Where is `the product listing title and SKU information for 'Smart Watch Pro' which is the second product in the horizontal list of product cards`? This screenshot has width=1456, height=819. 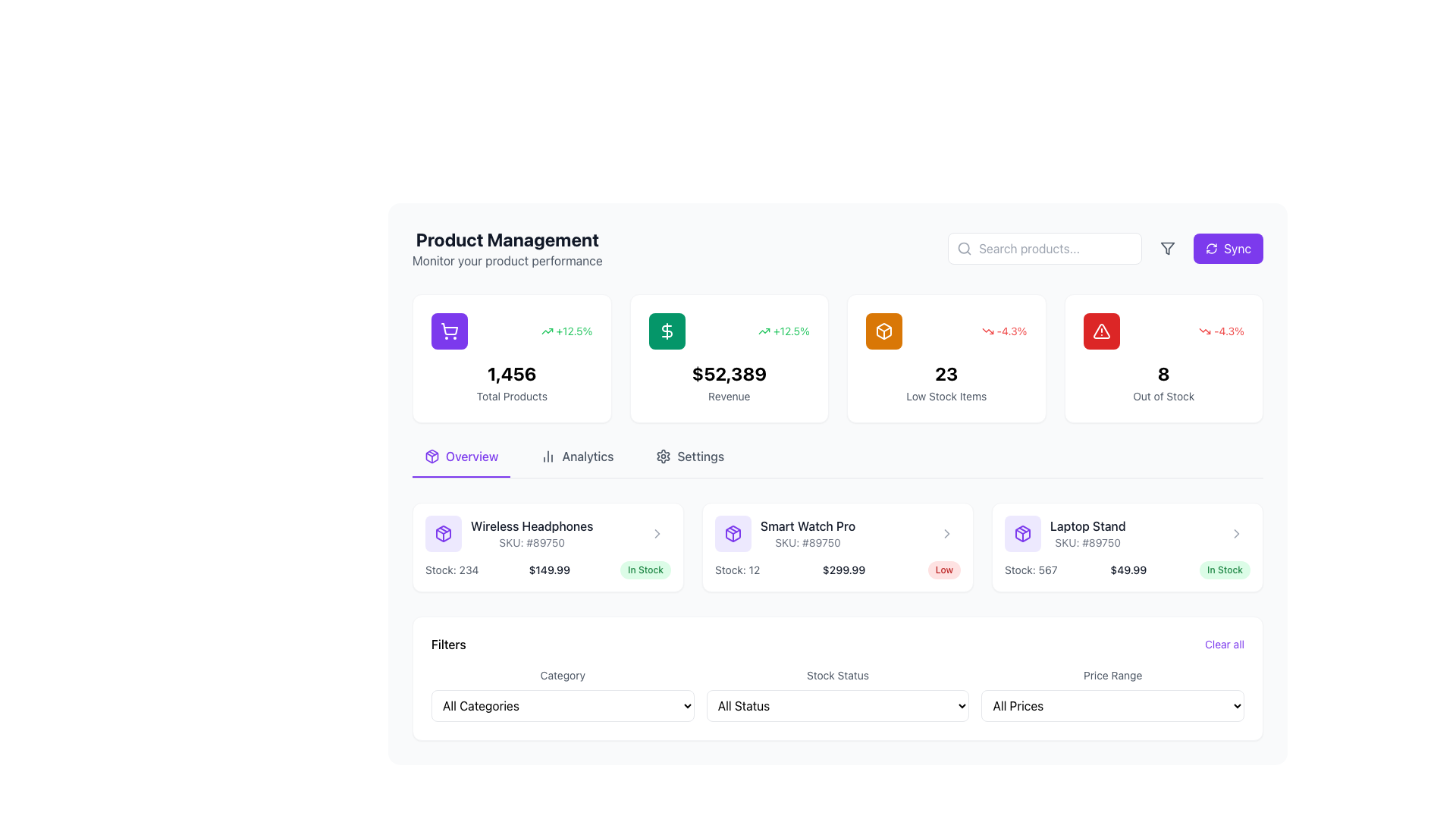
the product listing title and SKU information for 'Smart Watch Pro' which is the second product in the horizontal list of product cards is located at coordinates (807, 533).